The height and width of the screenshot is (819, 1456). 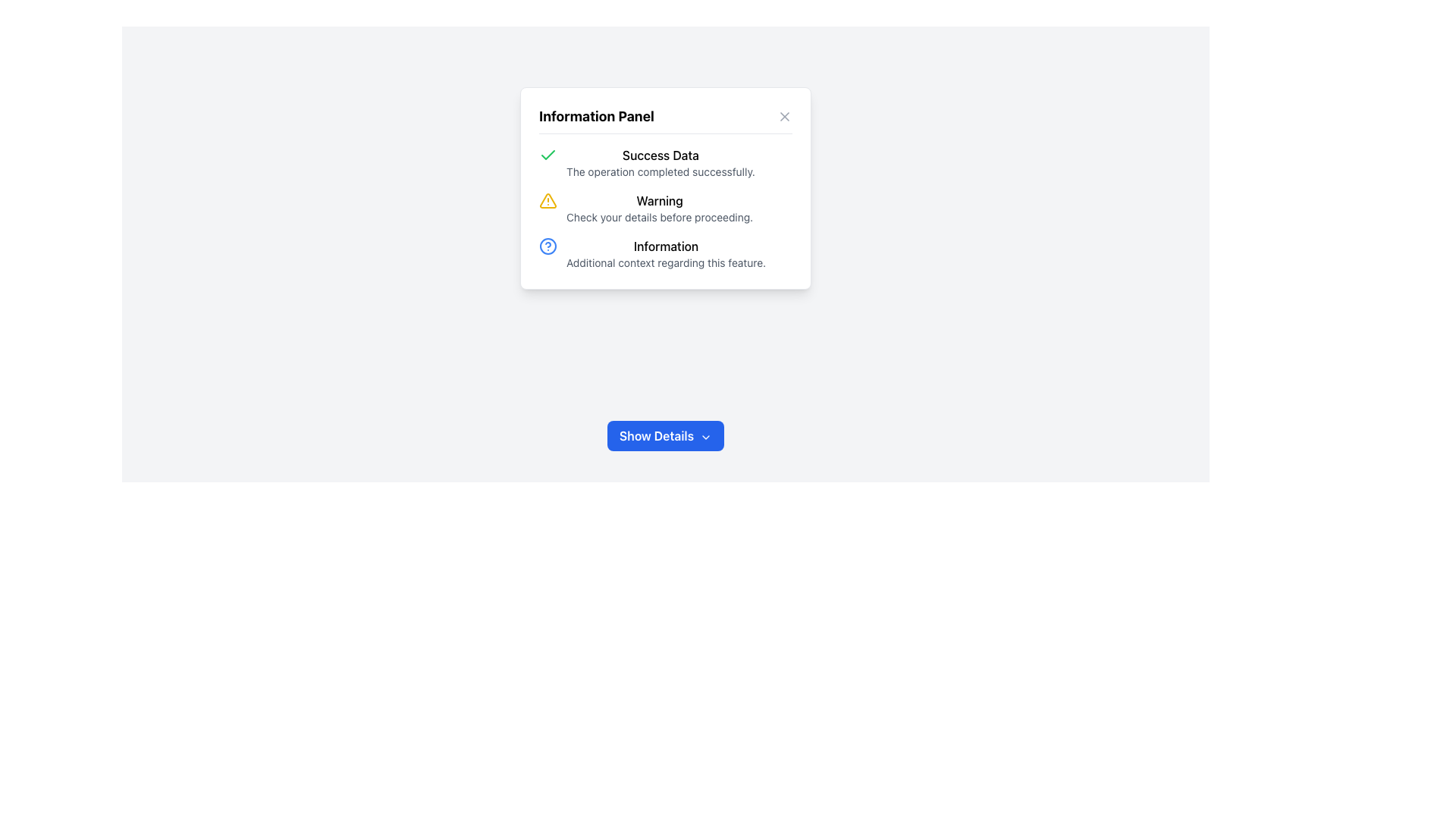 What do you see at coordinates (548, 155) in the screenshot?
I see `the success icon located to the left of the 'Success Data' text label in the 'Information Panel' dialog box` at bounding box center [548, 155].